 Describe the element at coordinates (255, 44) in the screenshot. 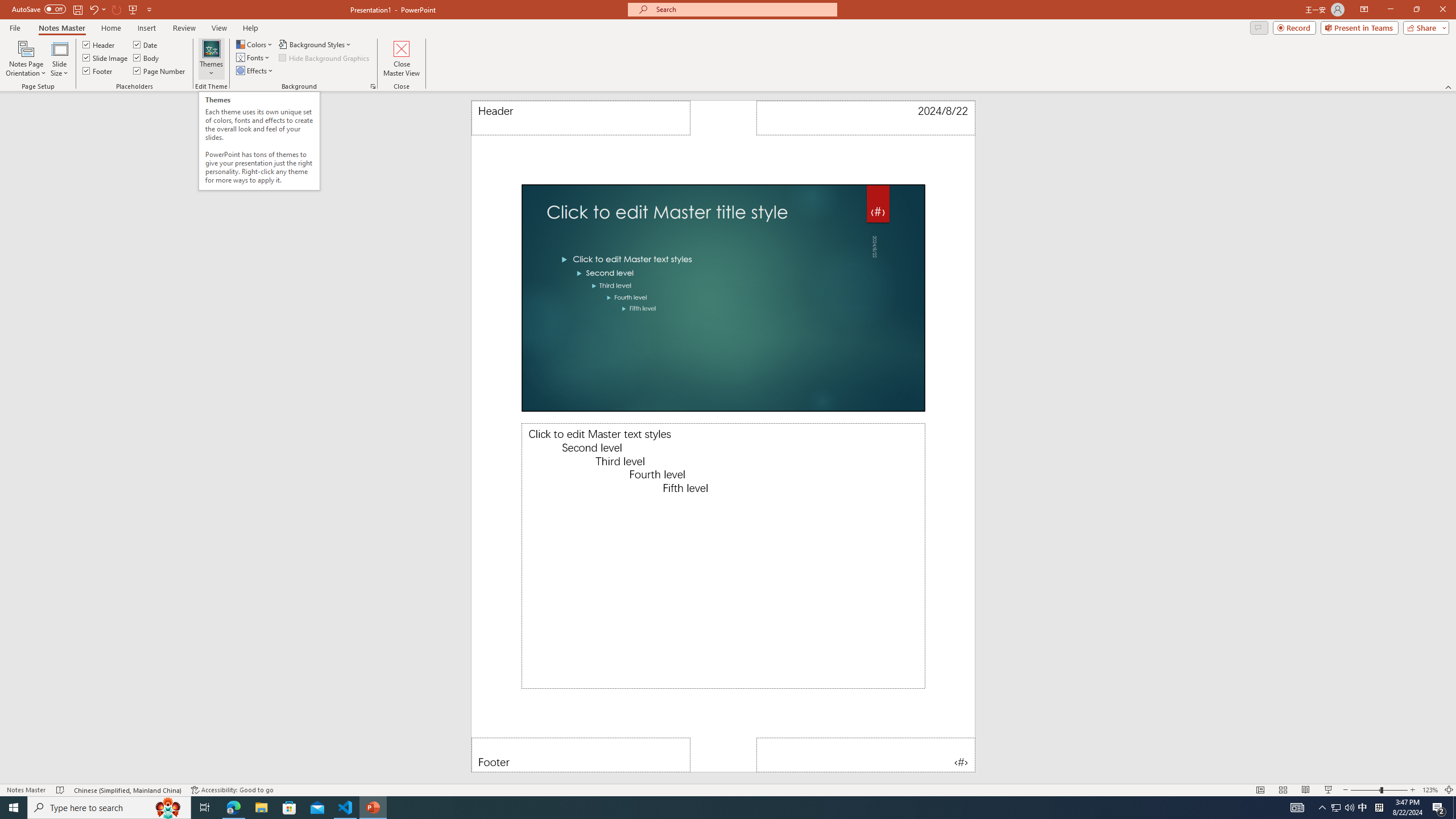

I see `'Colors'` at that location.